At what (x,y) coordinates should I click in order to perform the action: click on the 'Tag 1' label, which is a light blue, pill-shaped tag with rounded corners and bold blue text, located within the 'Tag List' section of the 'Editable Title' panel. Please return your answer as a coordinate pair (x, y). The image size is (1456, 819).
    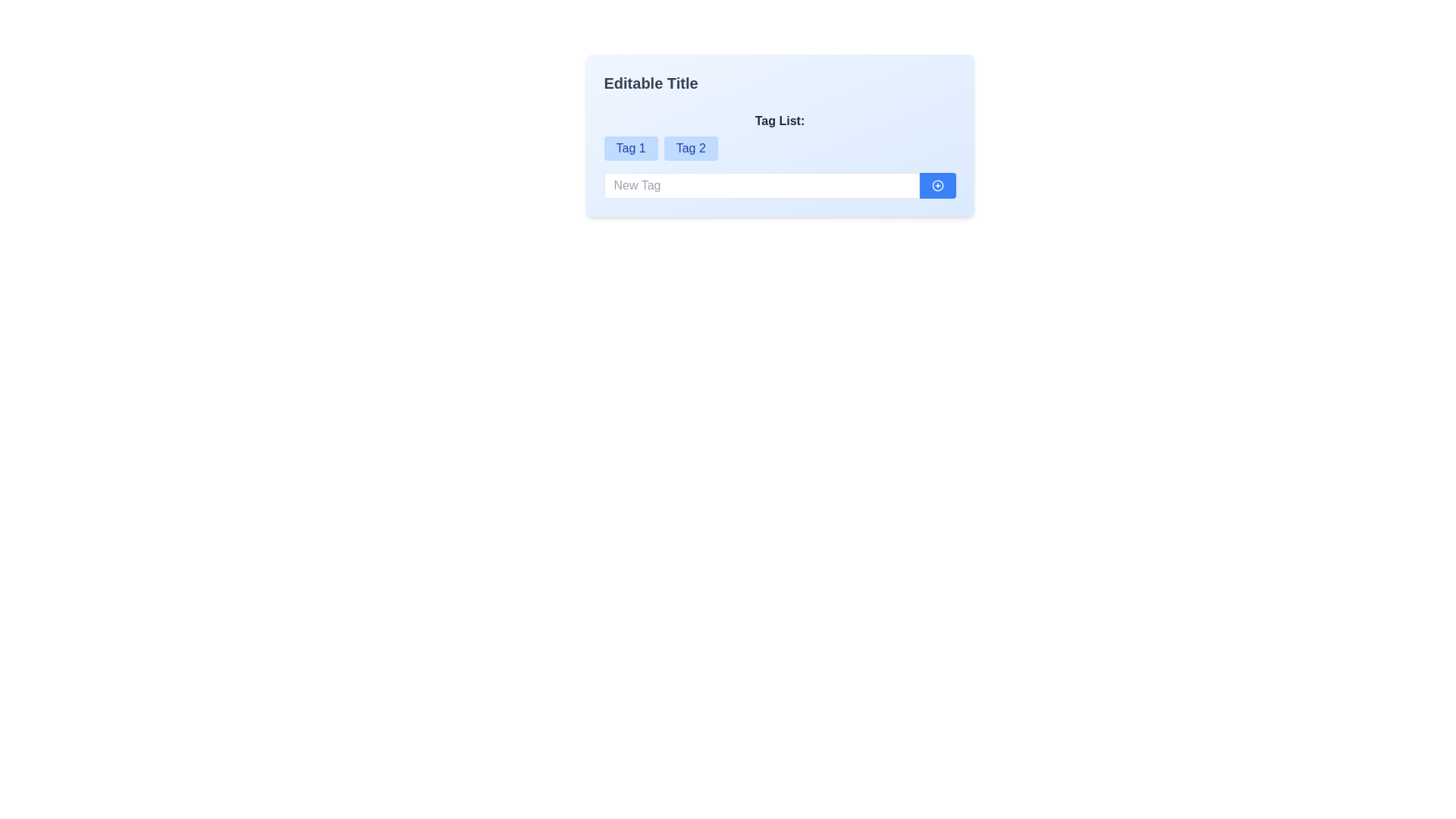
    Looking at the image, I should click on (631, 149).